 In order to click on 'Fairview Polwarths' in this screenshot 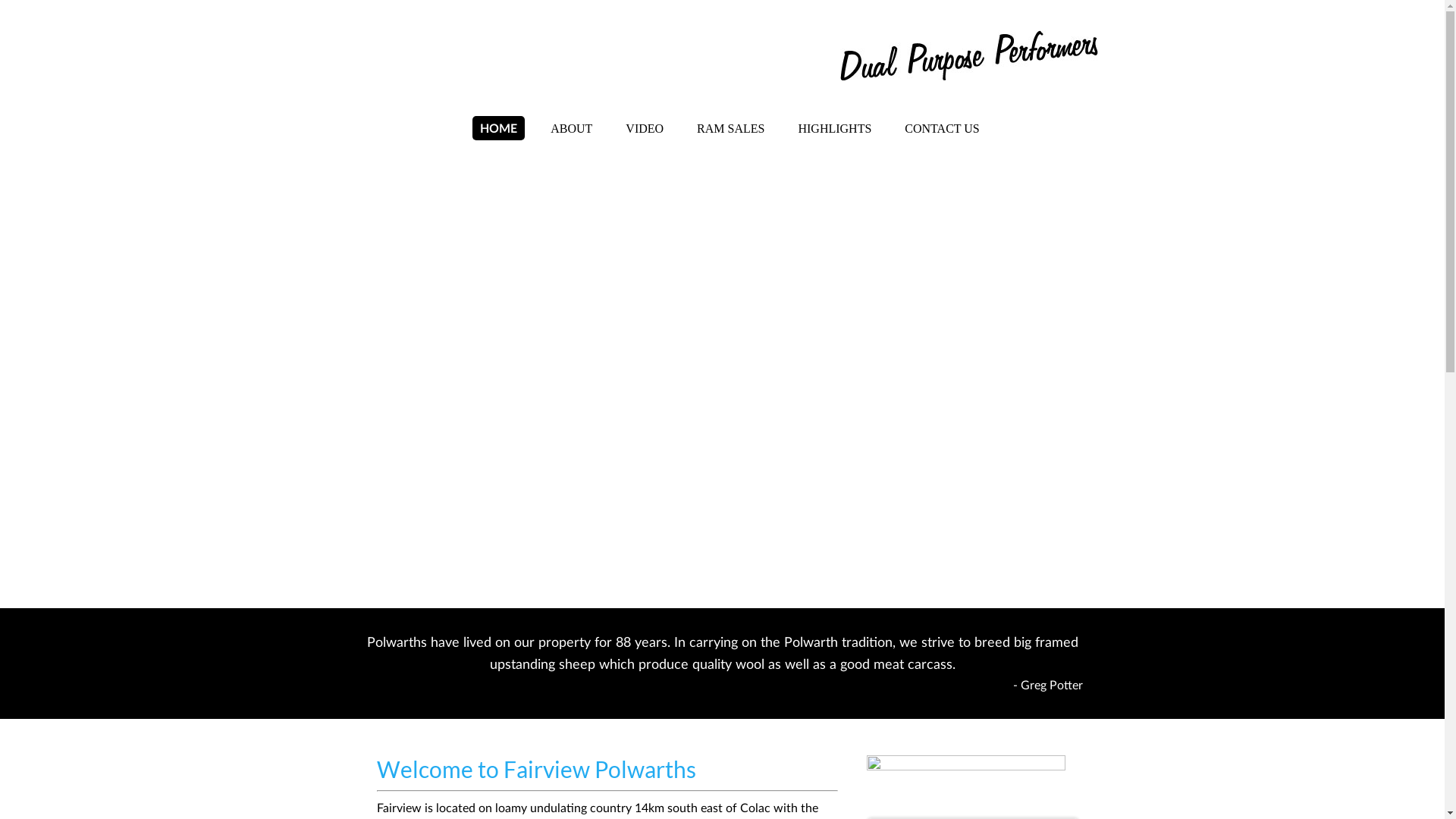, I will do `click(519, 57)`.